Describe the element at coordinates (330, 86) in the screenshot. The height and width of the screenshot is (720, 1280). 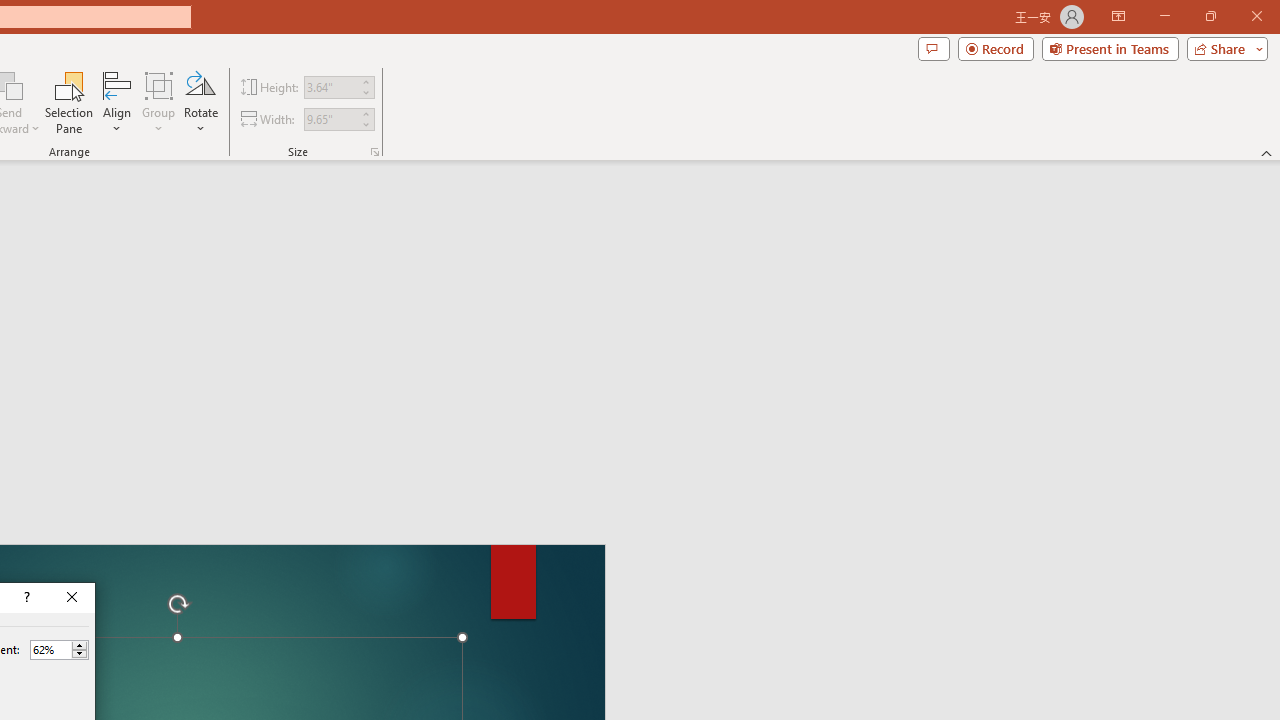
I see `'Shape Height'` at that location.